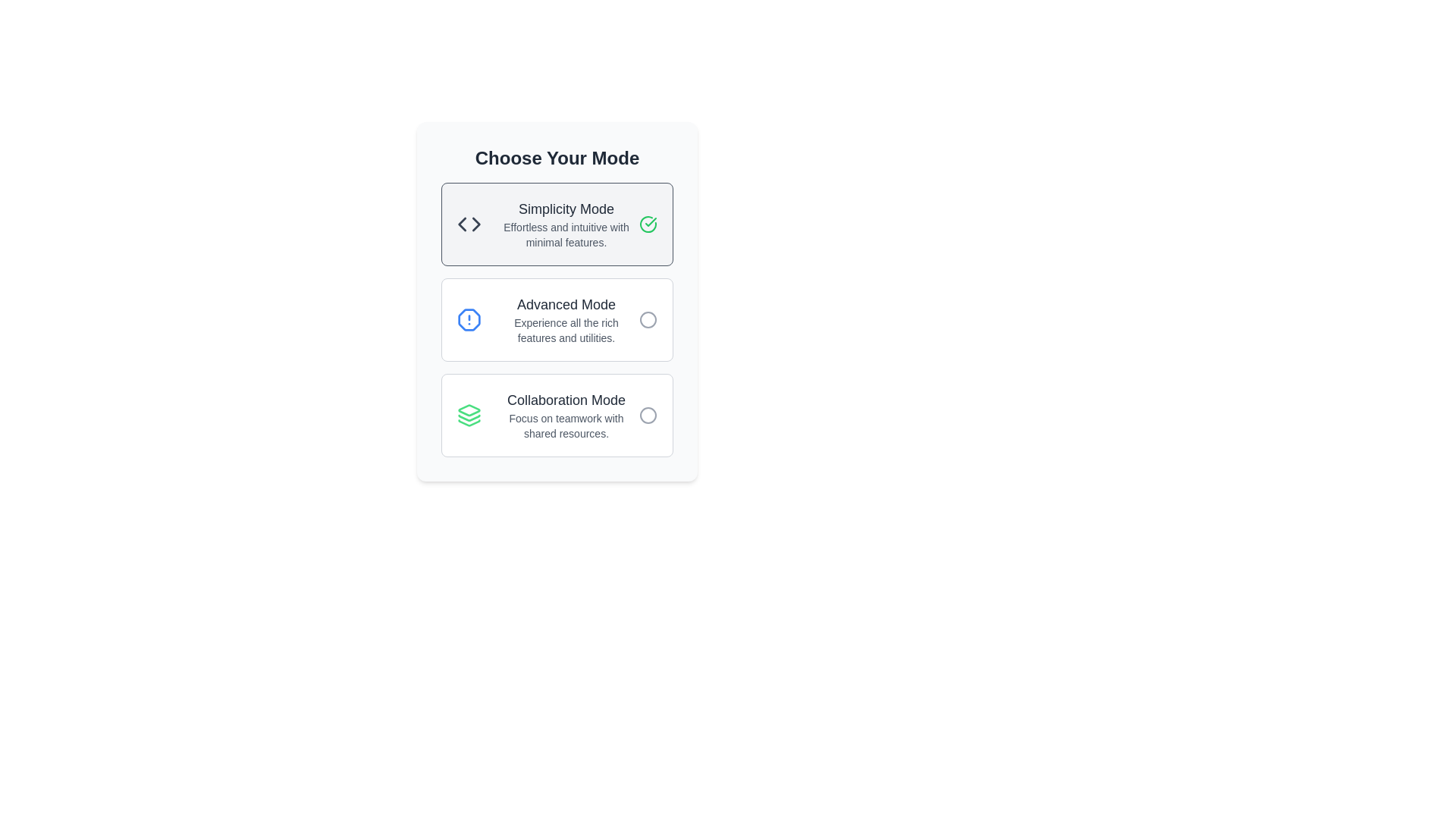 Image resolution: width=1456 pixels, height=819 pixels. Describe the element at coordinates (566, 318) in the screenshot. I see `the text display element that has the title 'Advanced Mode' and the description 'Experience all the rich features and utilities', which is the second option in the vertical list of selectable cards in the modal titled 'Choose Your Mode'` at that location.